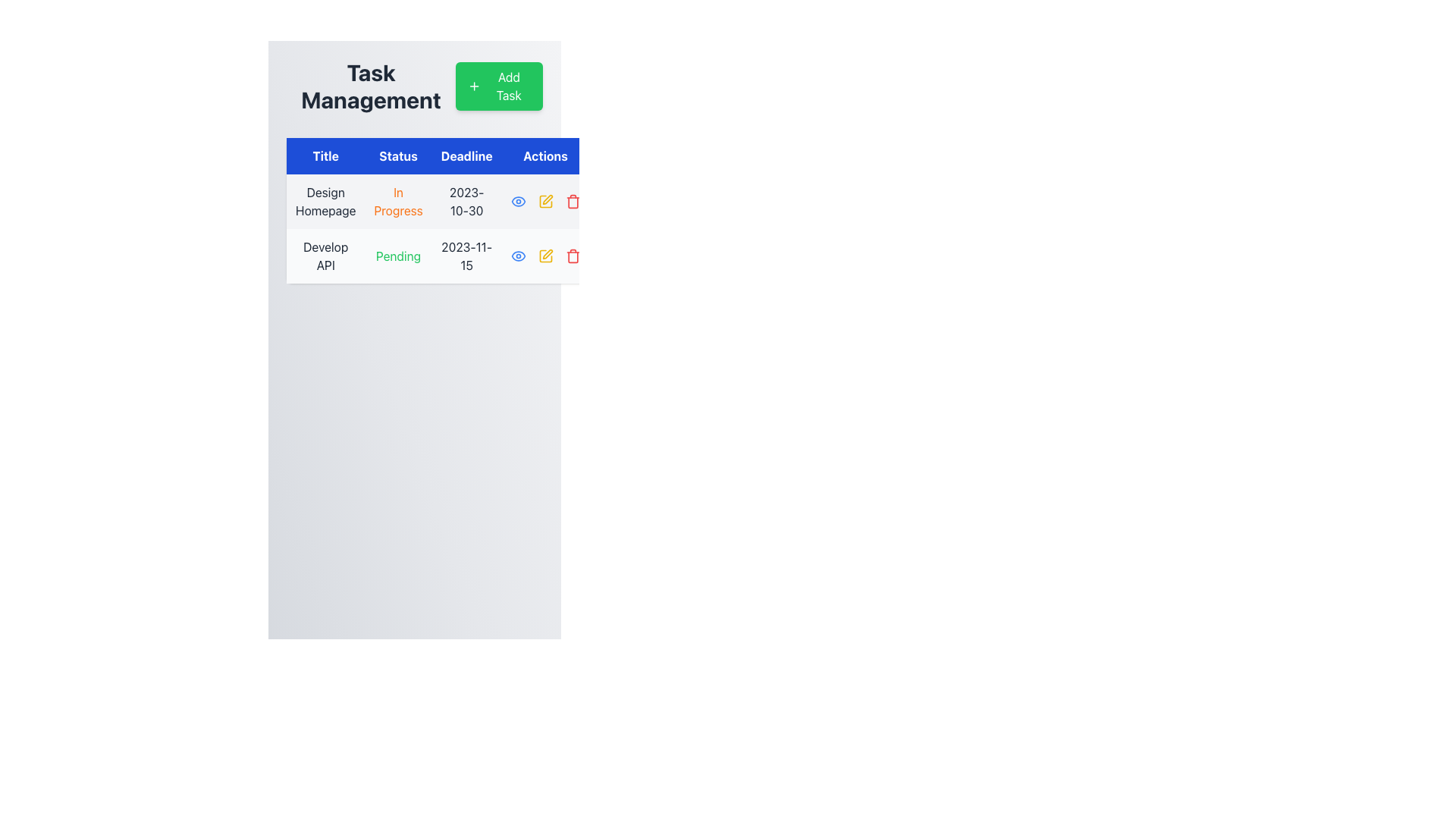 This screenshot has width=1456, height=819. I want to click on deadline date displayed in the text label located in the 'Deadline' column of the first row in the Task Management table, positioned to the right of the 'Status' column that shows 'In Progress', so click(466, 201).